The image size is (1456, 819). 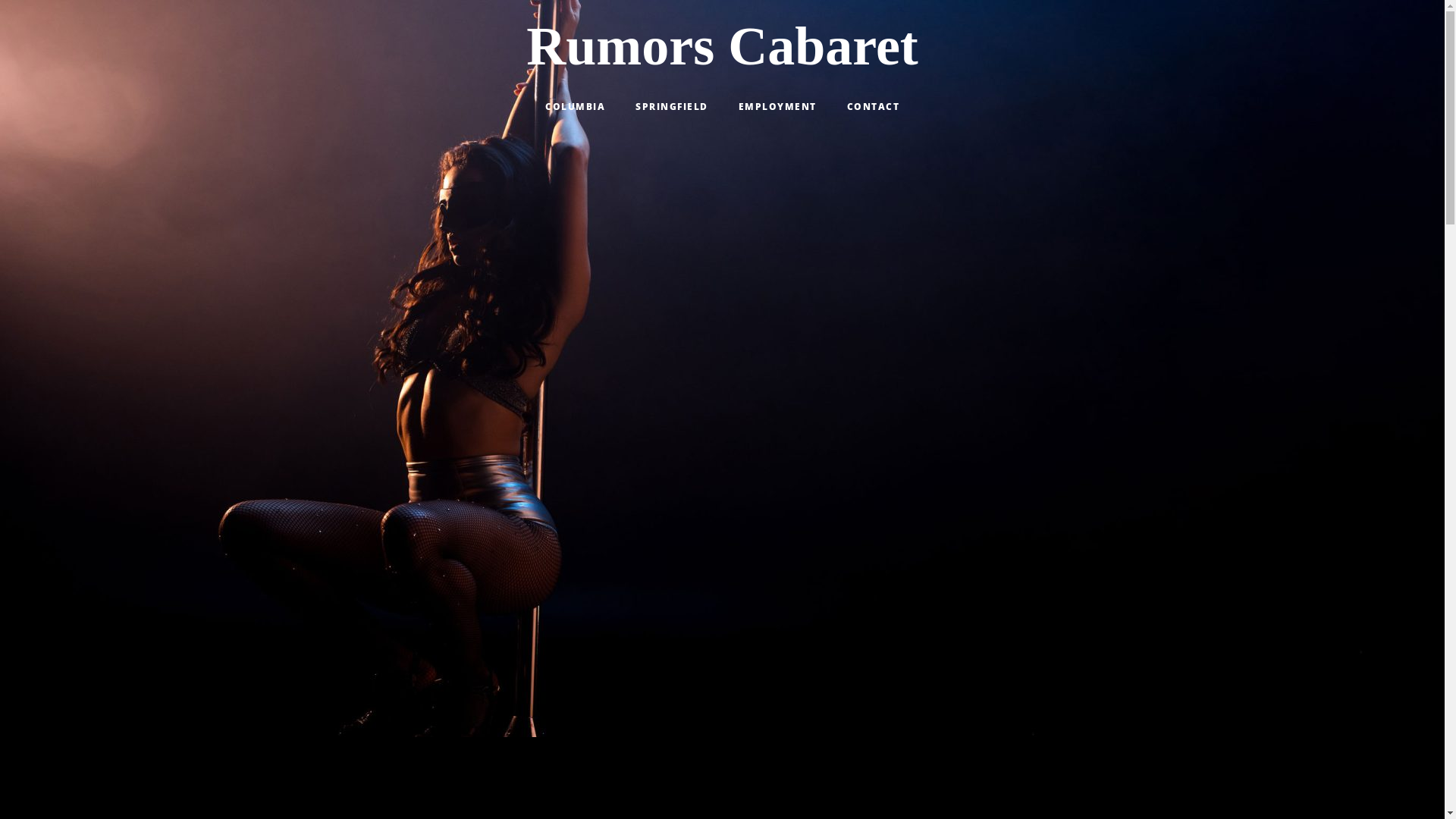 I want to click on 'EMPLOYMENT', so click(x=777, y=105).